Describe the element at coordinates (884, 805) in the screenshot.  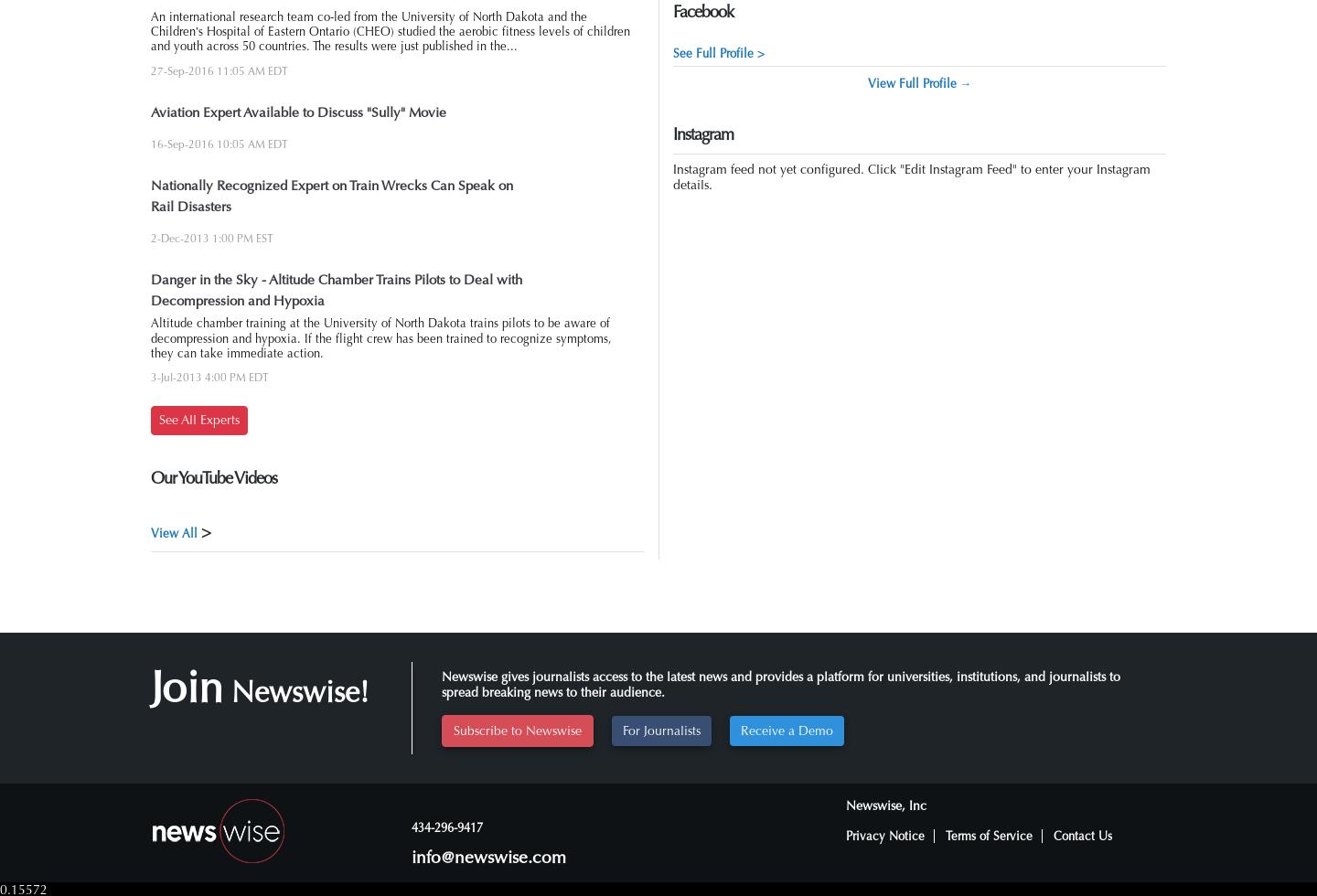
I see `'Newswise, Inc'` at that location.